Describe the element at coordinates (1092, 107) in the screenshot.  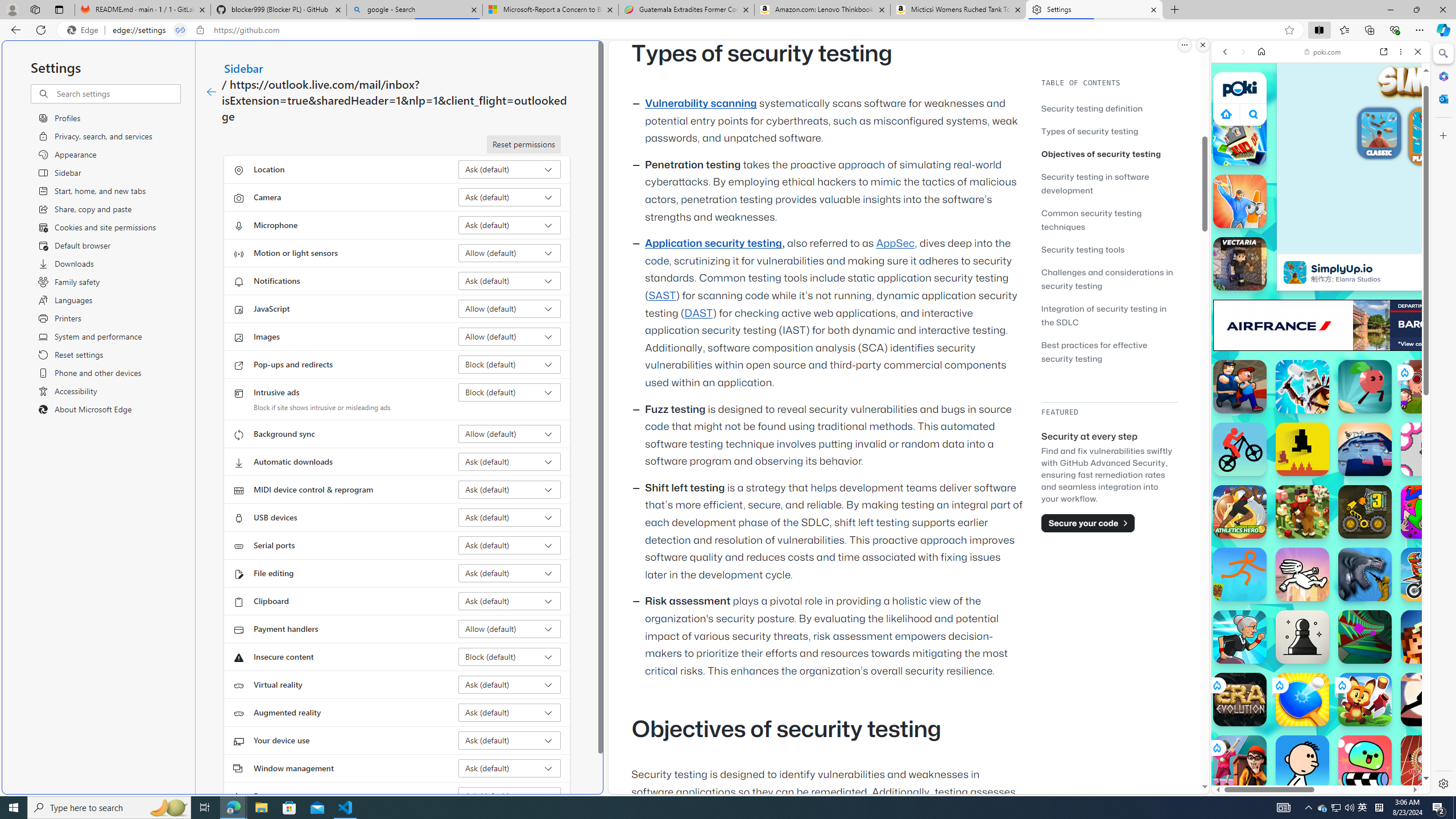
I see `'Security testing definition'` at that location.